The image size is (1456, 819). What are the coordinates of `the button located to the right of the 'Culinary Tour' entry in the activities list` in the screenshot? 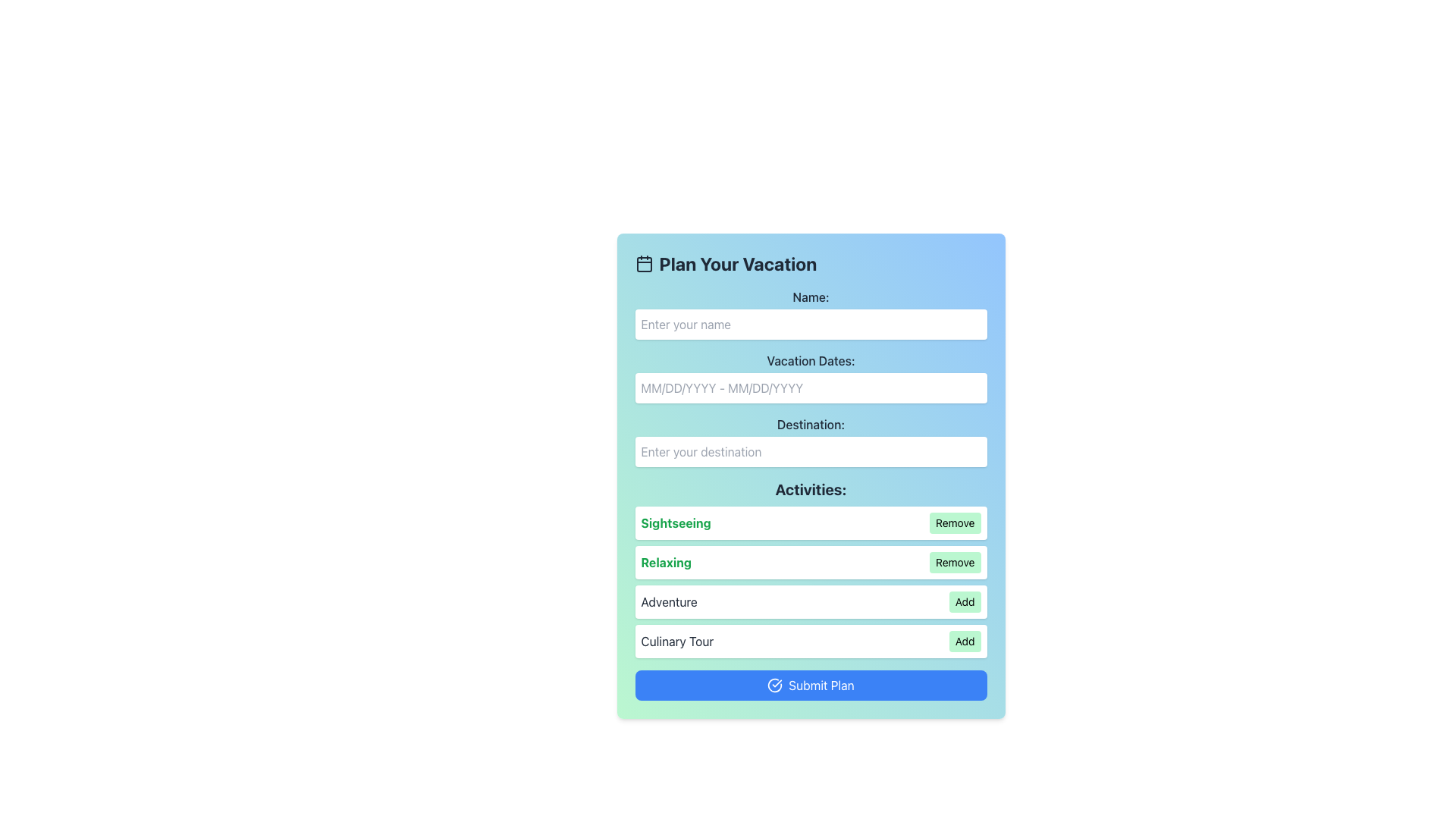 It's located at (964, 641).